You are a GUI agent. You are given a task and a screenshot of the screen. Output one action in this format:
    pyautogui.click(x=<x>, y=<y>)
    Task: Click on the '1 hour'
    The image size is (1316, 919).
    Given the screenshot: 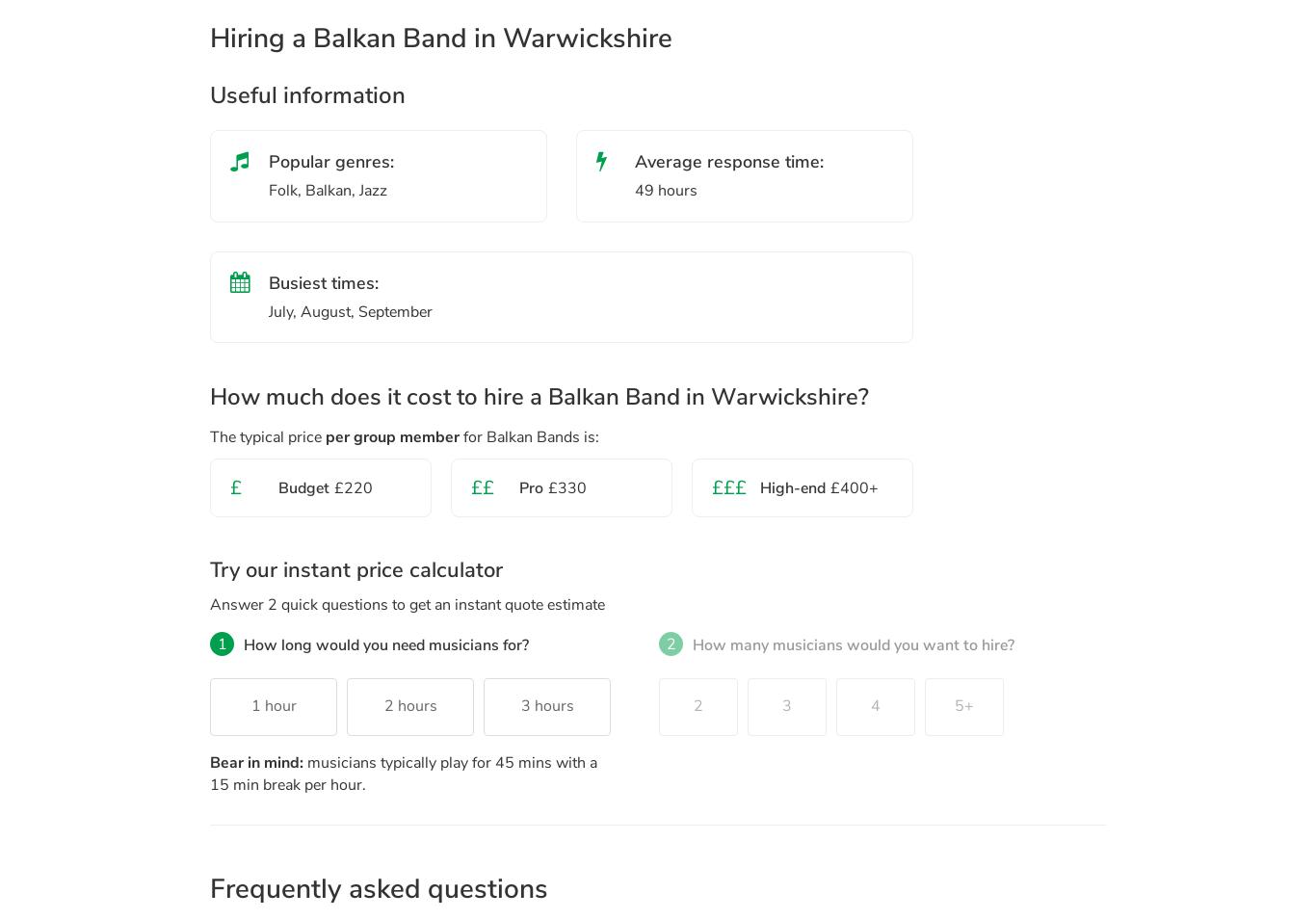 What is the action you would take?
    pyautogui.click(x=273, y=705)
    